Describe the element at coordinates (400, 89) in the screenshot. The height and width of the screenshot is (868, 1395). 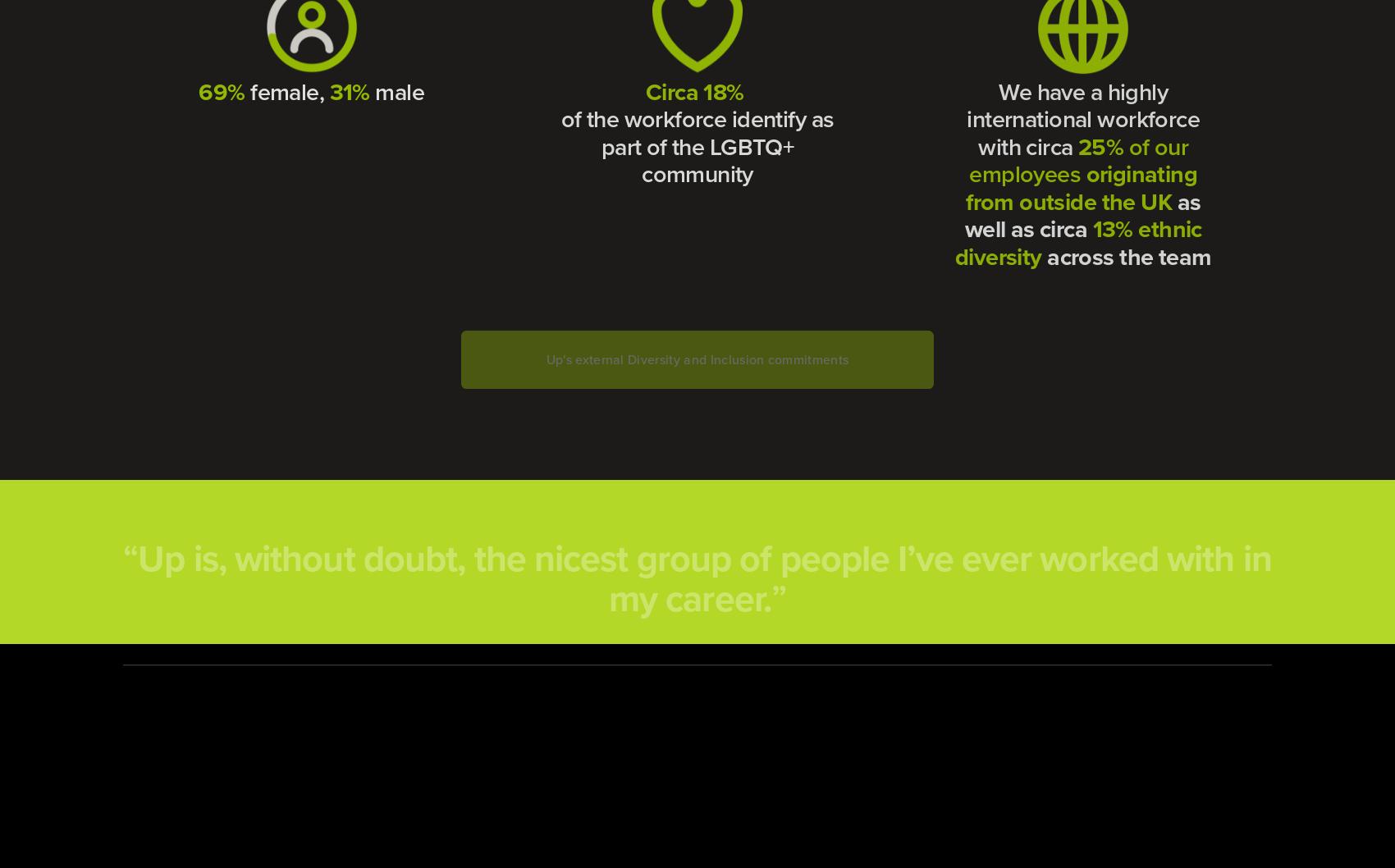
I see `'male'` at that location.